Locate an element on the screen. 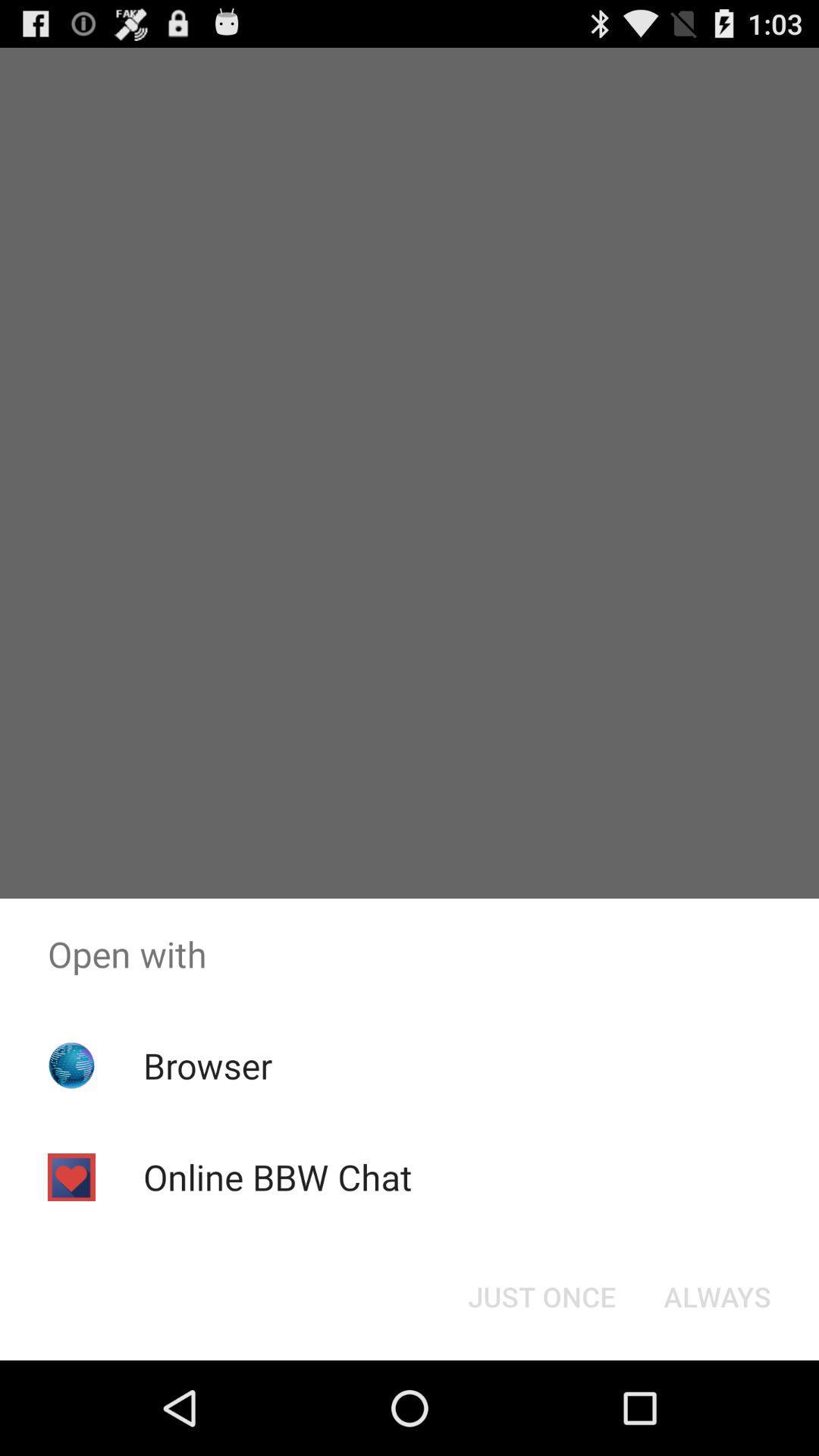 Image resolution: width=819 pixels, height=1456 pixels. the app below open with is located at coordinates (541, 1295).